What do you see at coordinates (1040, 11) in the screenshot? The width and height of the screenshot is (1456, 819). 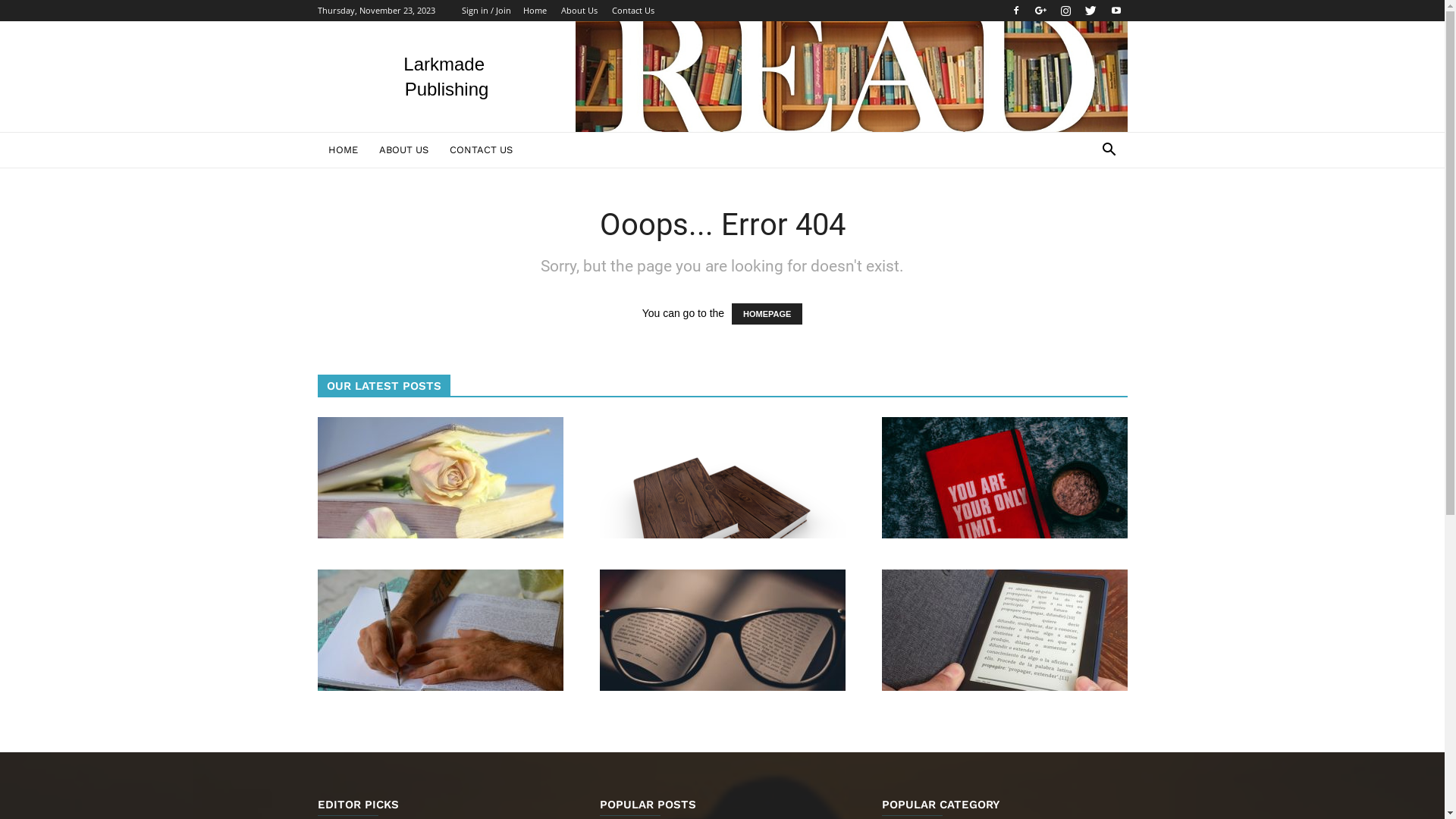 I see `'Google+'` at bounding box center [1040, 11].